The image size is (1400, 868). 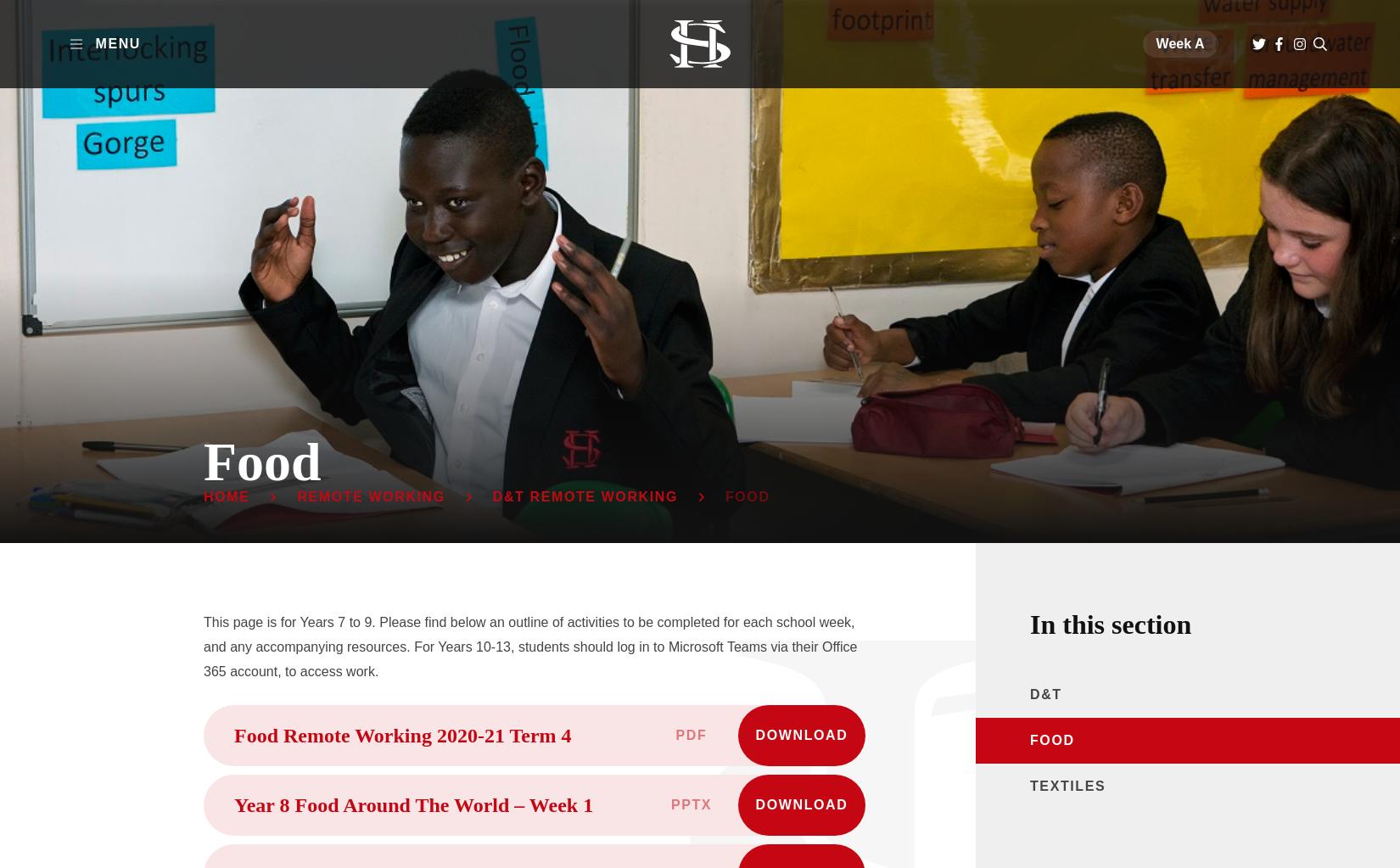 I want to click on 'Headteacher's Welcome', so click(x=757, y=242).